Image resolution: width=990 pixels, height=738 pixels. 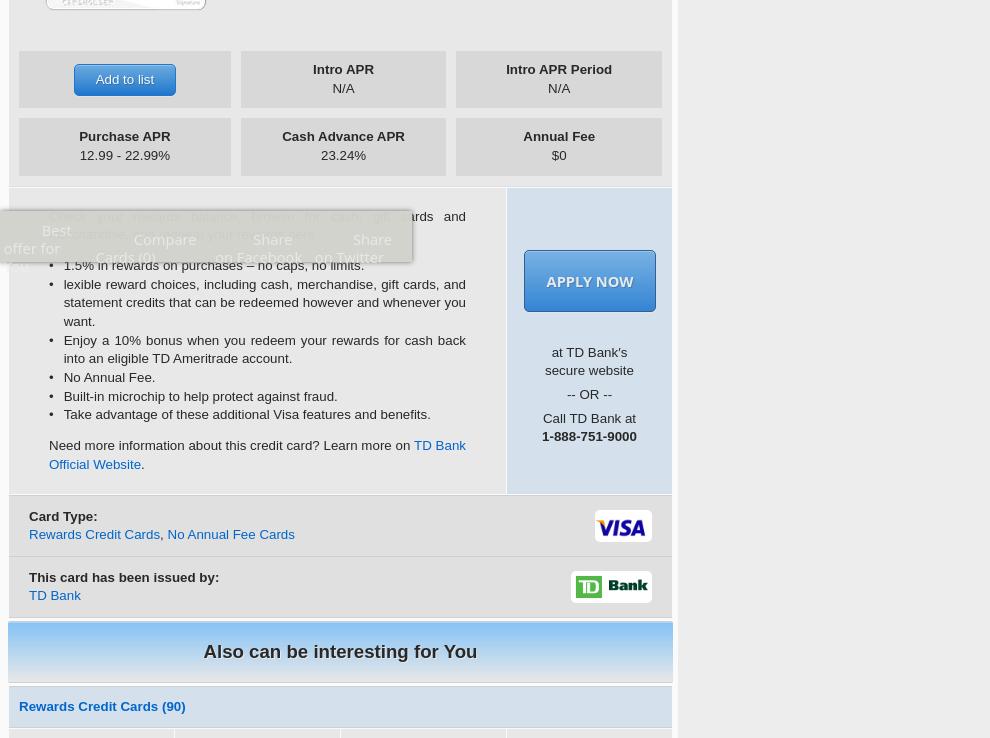 I want to click on '23.24%', so click(x=318, y=153).